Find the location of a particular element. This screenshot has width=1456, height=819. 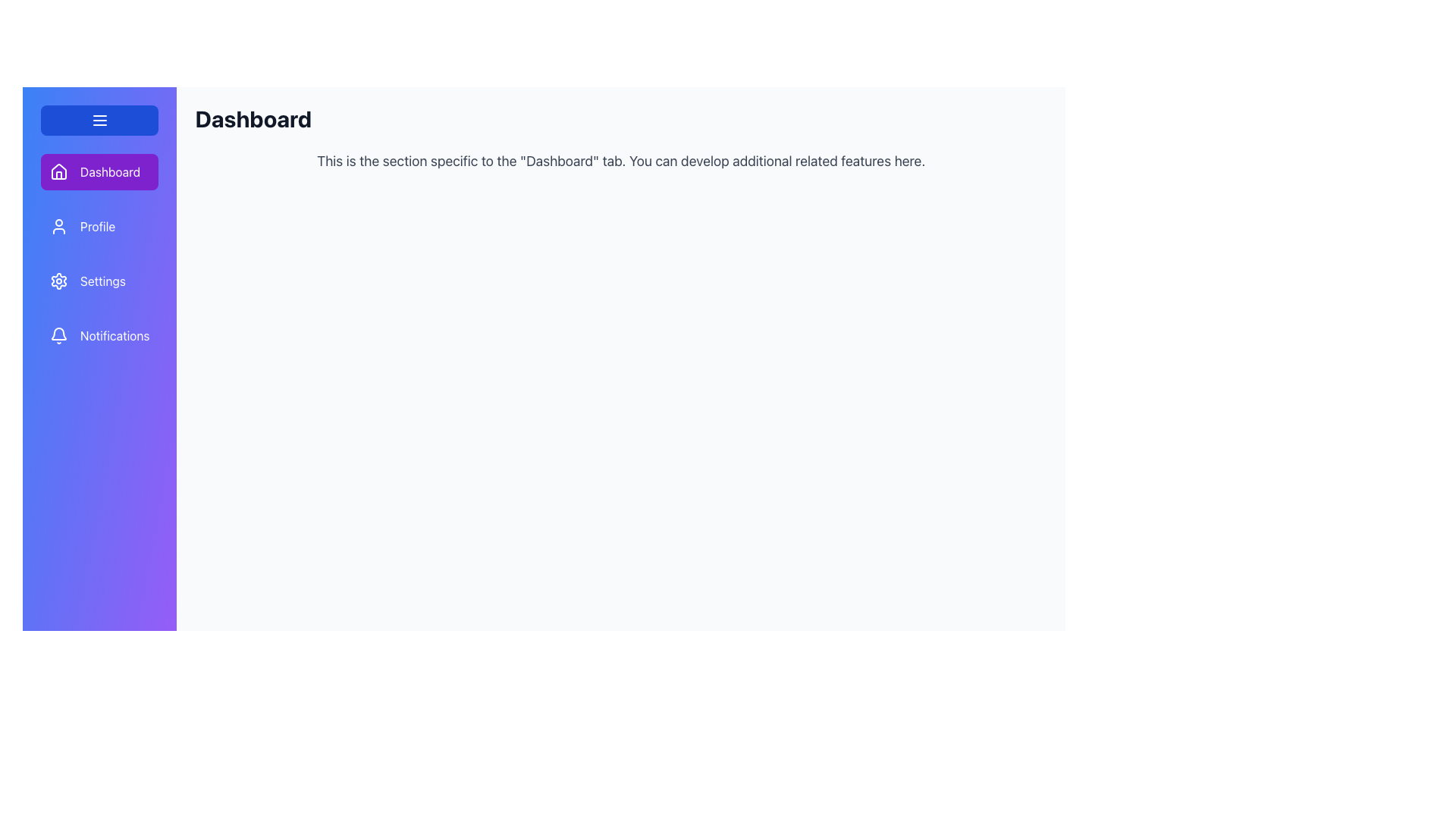

the settings icon in the vertical navigation bar is located at coordinates (58, 281).